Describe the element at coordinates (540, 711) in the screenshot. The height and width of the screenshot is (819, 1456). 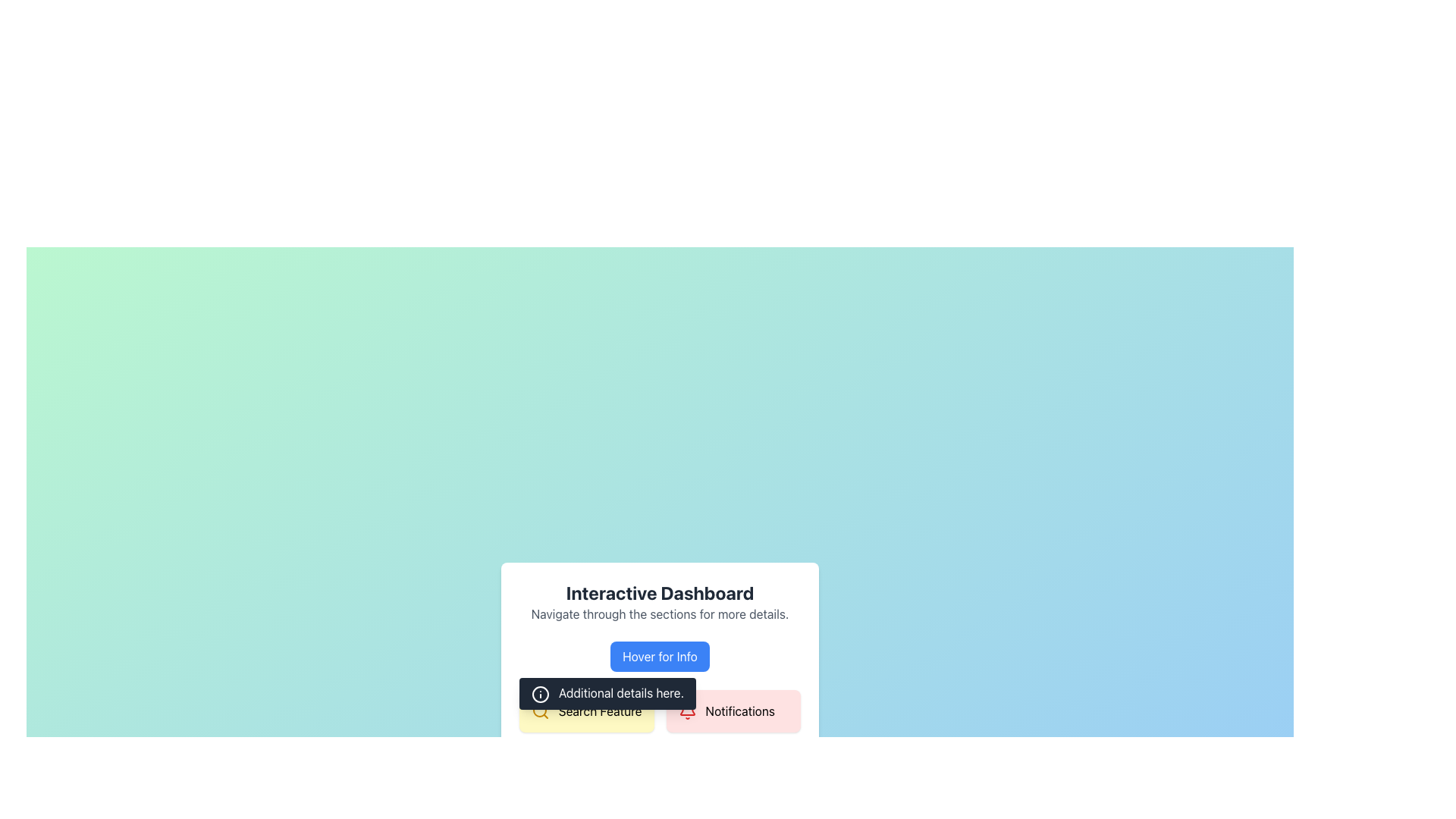
I see `the yellow search icon, which is a circular outline with a diagonal handle, located before the text 'Search Feature' in the bottom left of the 'Interactive Dashboard' card` at that location.